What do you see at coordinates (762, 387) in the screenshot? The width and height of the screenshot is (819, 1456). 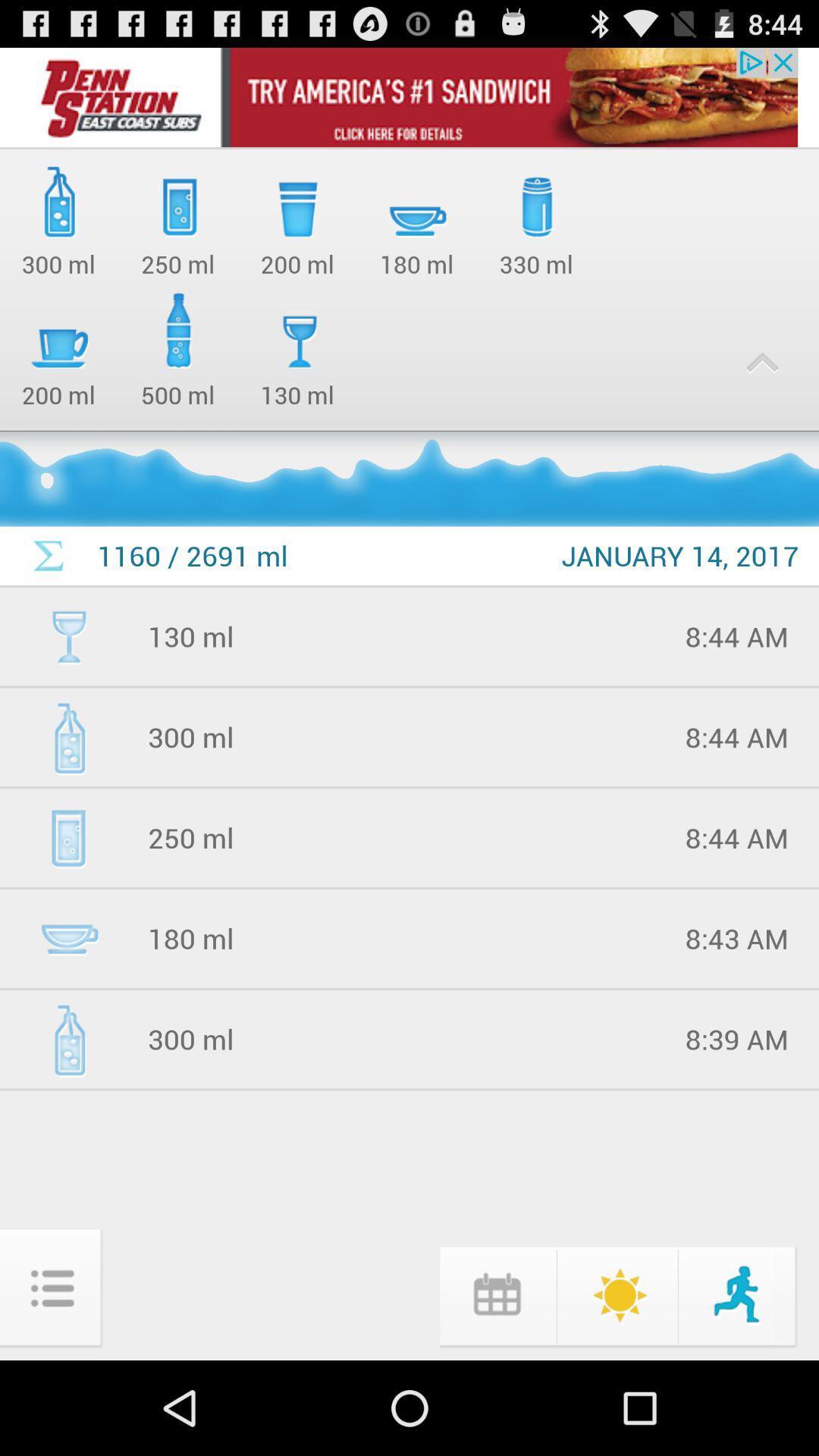 I see `the expand_less icon` at bounding box center [762, 387].